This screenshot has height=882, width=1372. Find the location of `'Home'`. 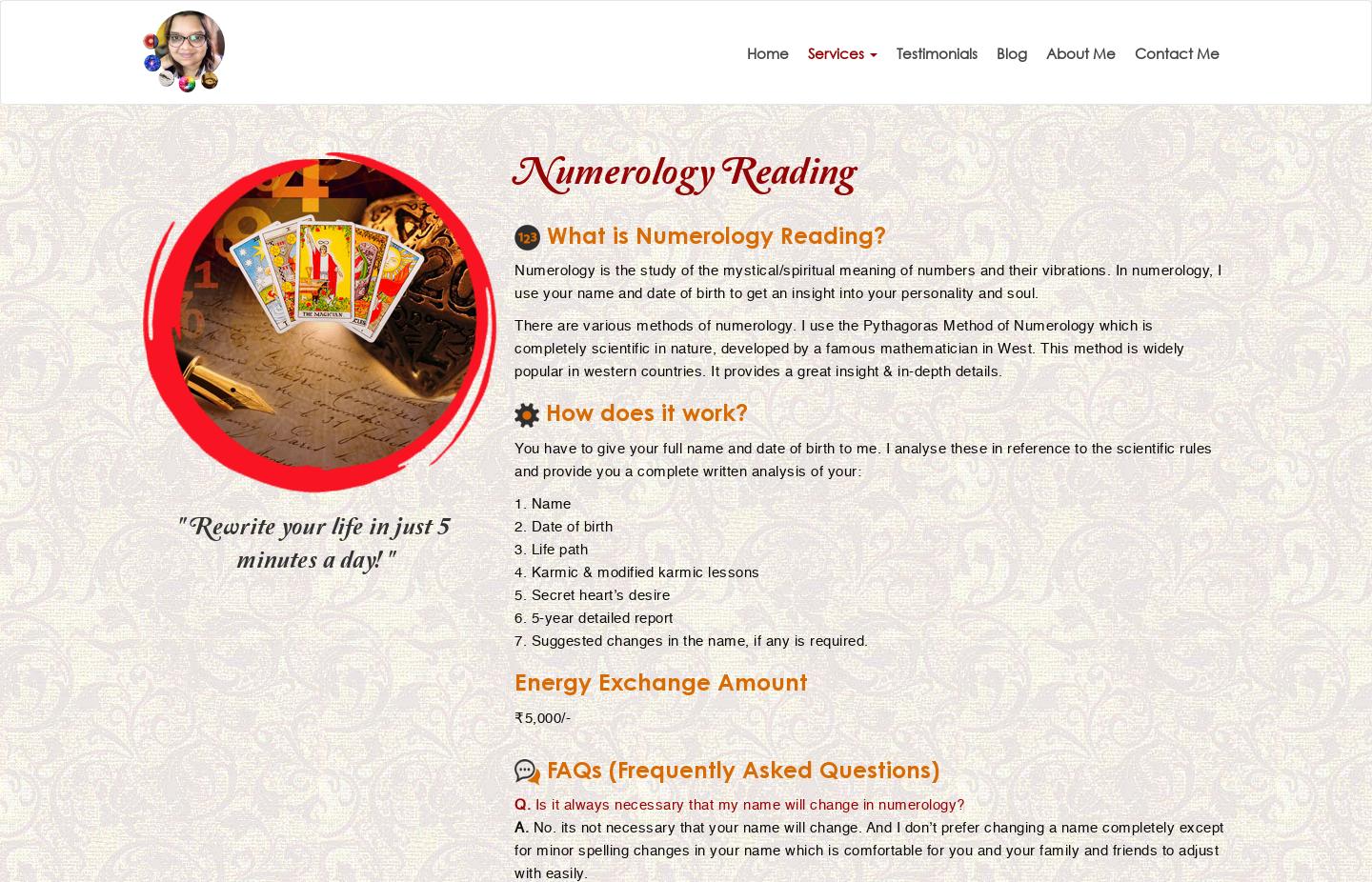

'Home' is located at coordinates (767, 52).